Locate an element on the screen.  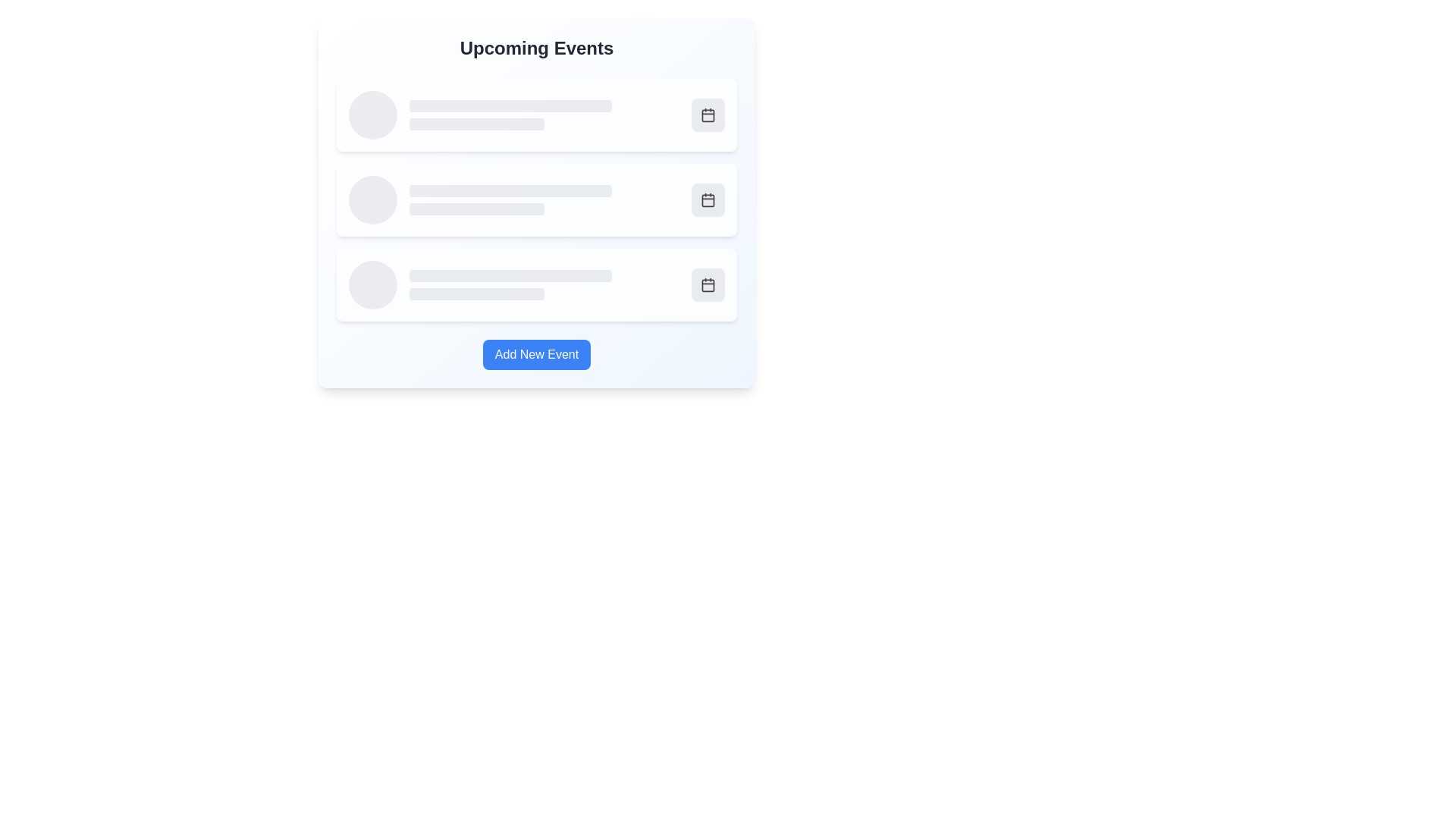
the circular profile picture placeholder located in the first position of the third row in the card layout is located at coordinates (372, 284).